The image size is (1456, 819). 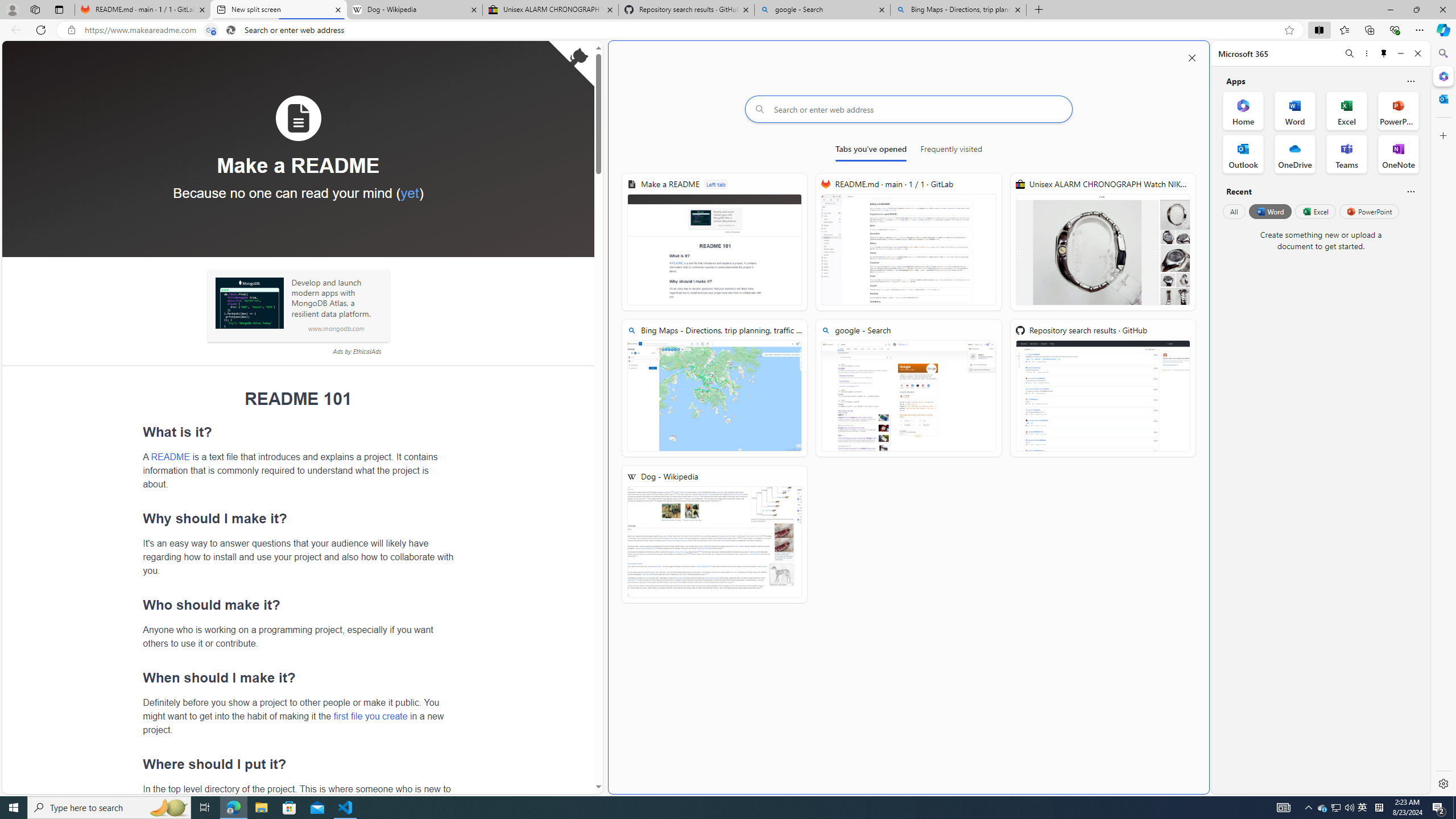 What do you see at coordinates (908, 109) in the screenshot?
I see `'Search or enter web address'` at bounding box center [908, 109].